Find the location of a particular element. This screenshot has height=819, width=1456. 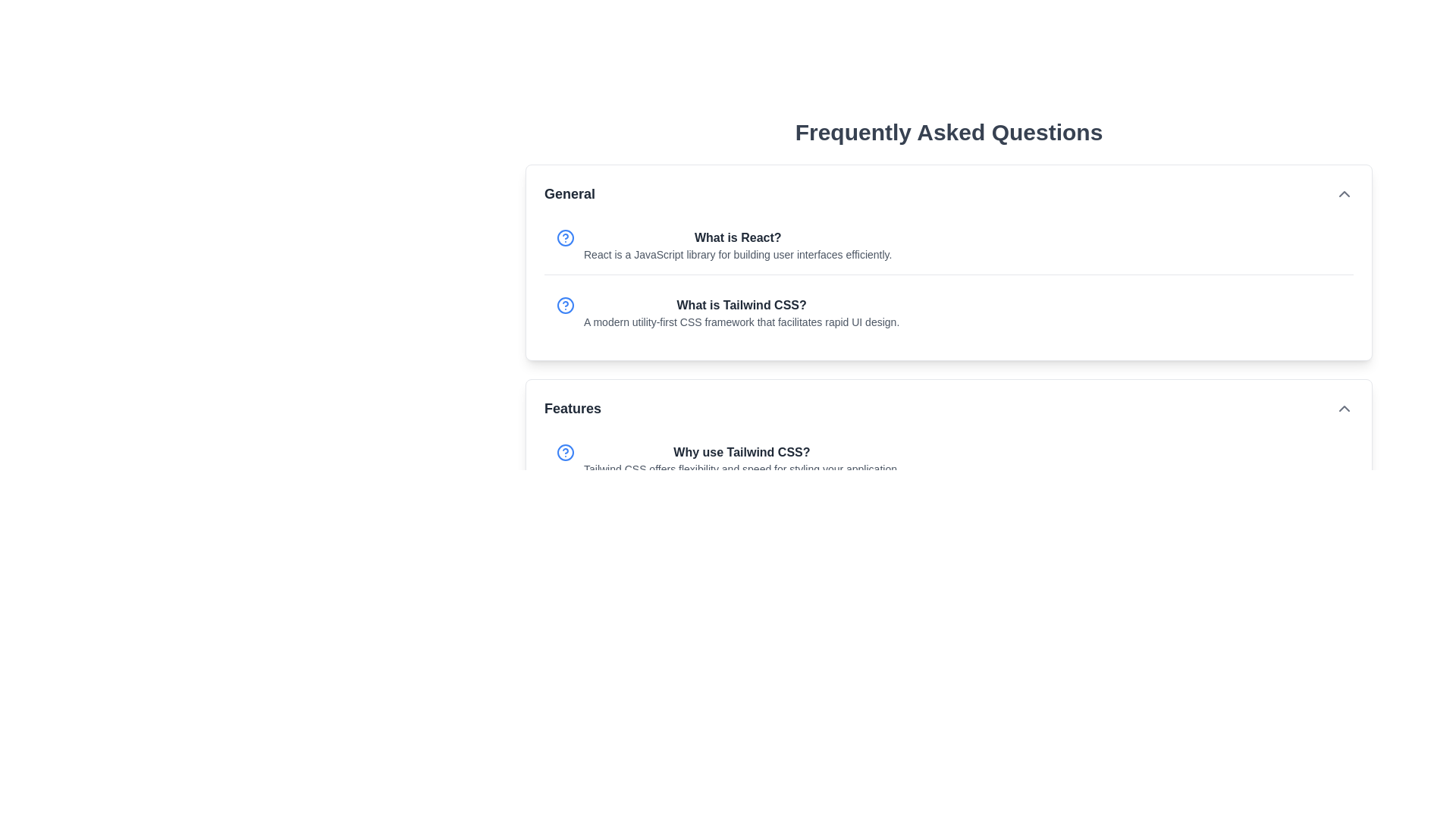

the information/help icon located to the left of the text 'Why use Tailwind CSS?' in the FAQ section under the 'Features' category is located at coordinates (564, 452).